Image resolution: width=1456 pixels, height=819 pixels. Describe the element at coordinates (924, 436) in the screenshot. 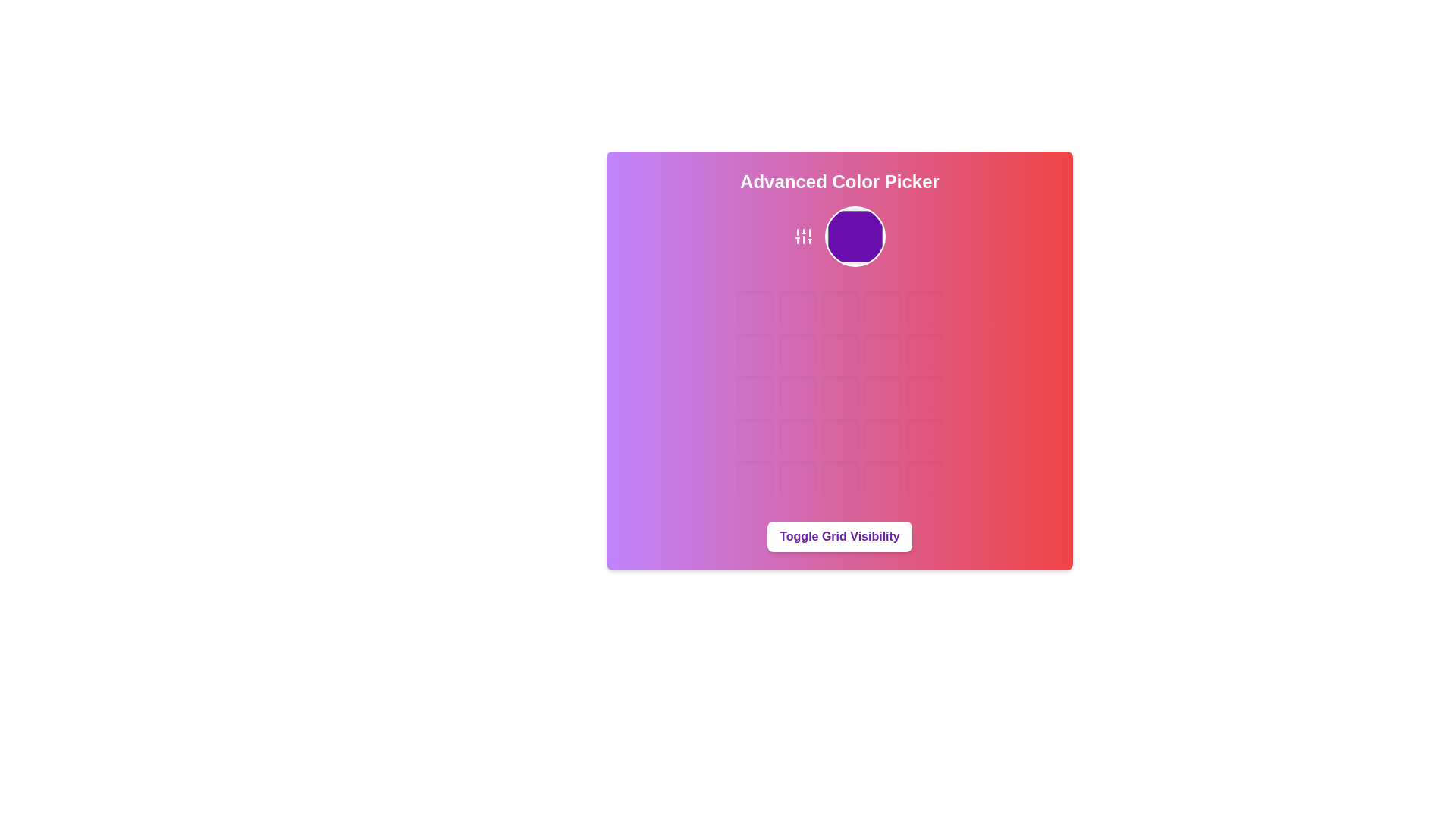

I see `the interactive visual block located in the last column and the fourth row of the grid layout` at that location.